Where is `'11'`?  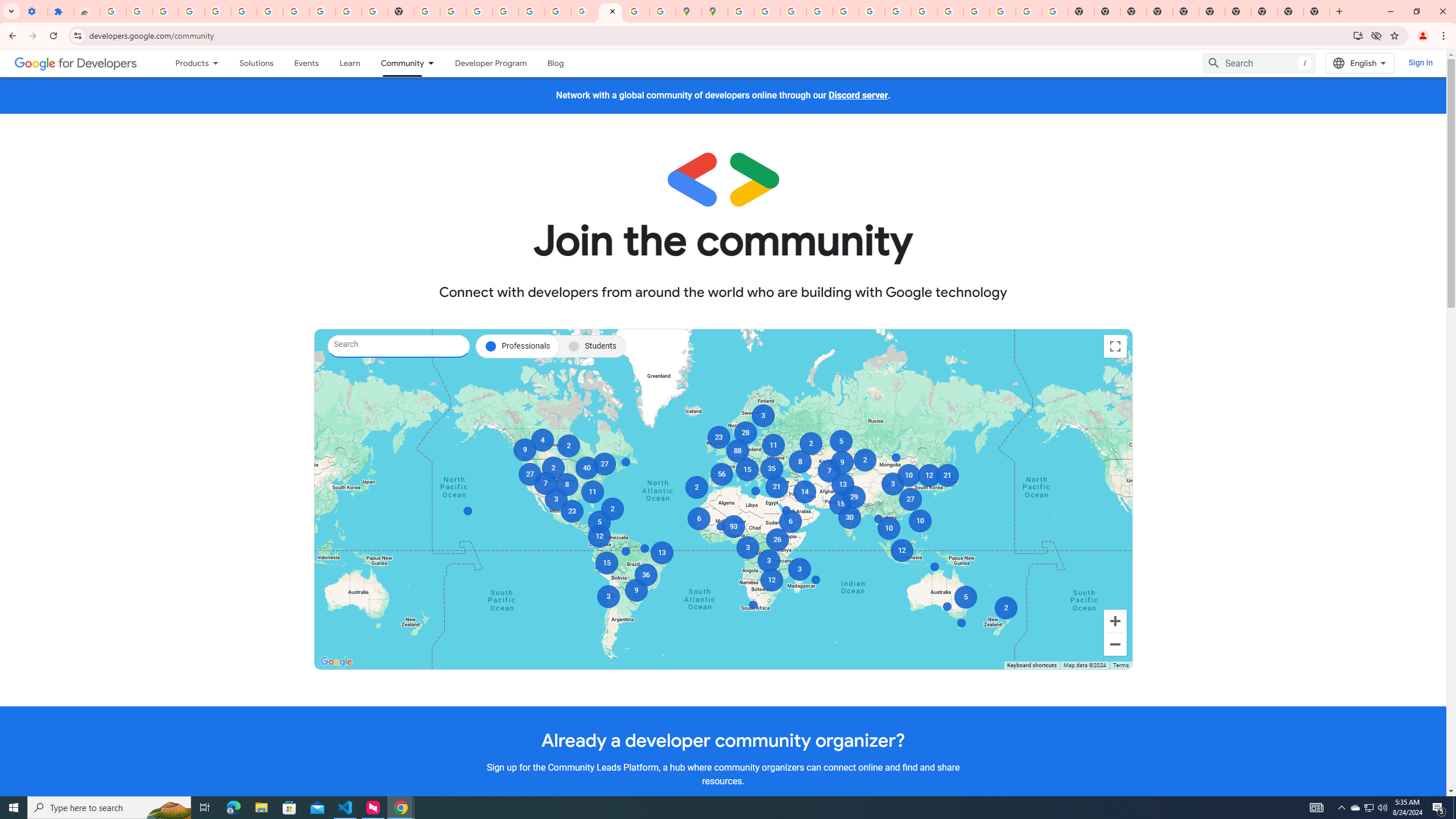
'11' is located at coordinates (591, 492).